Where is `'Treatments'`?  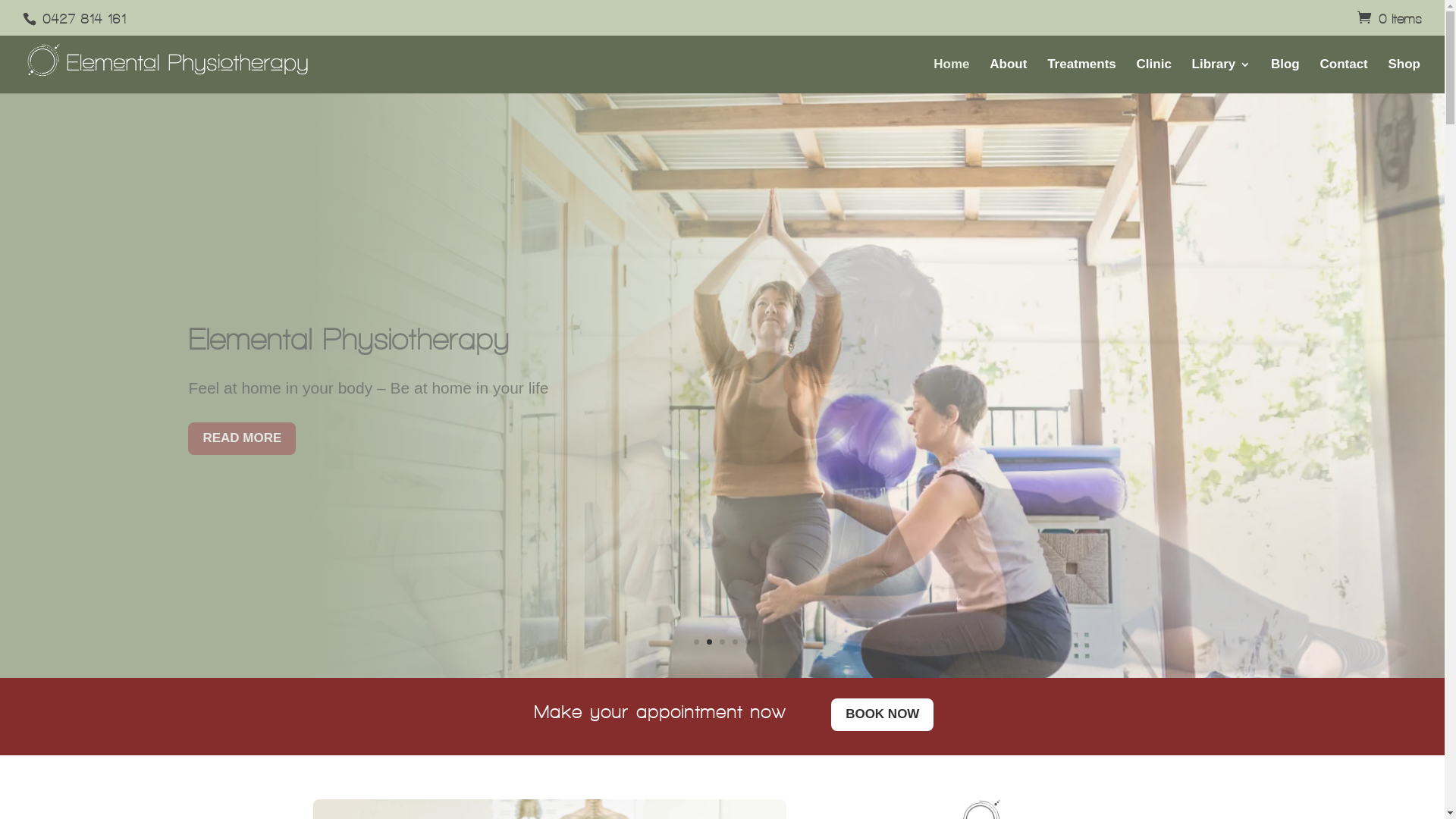
'Treatments' is located at coordinates (1046, 76).